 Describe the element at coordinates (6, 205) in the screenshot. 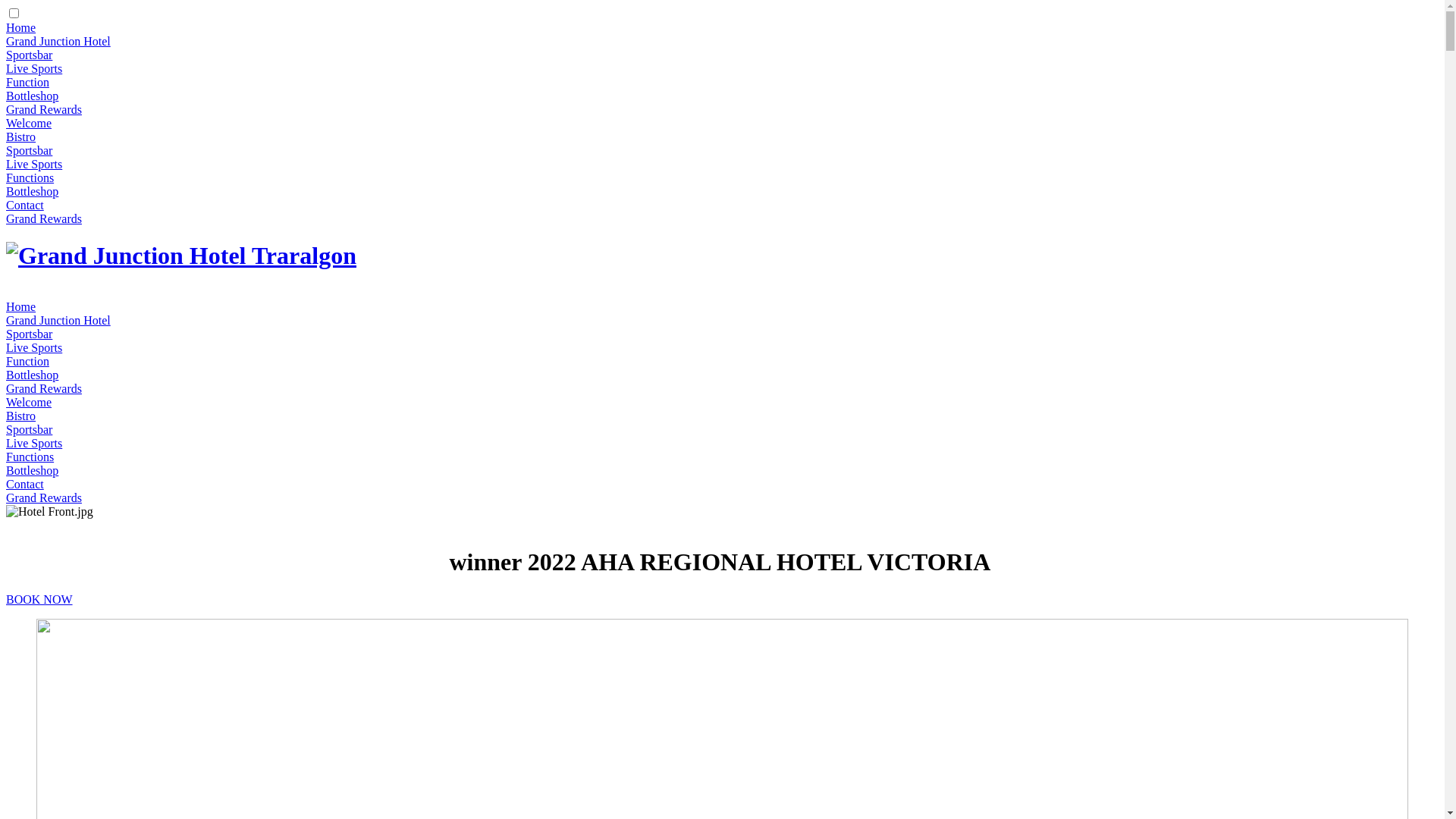

I see `'Contact'` at that location.